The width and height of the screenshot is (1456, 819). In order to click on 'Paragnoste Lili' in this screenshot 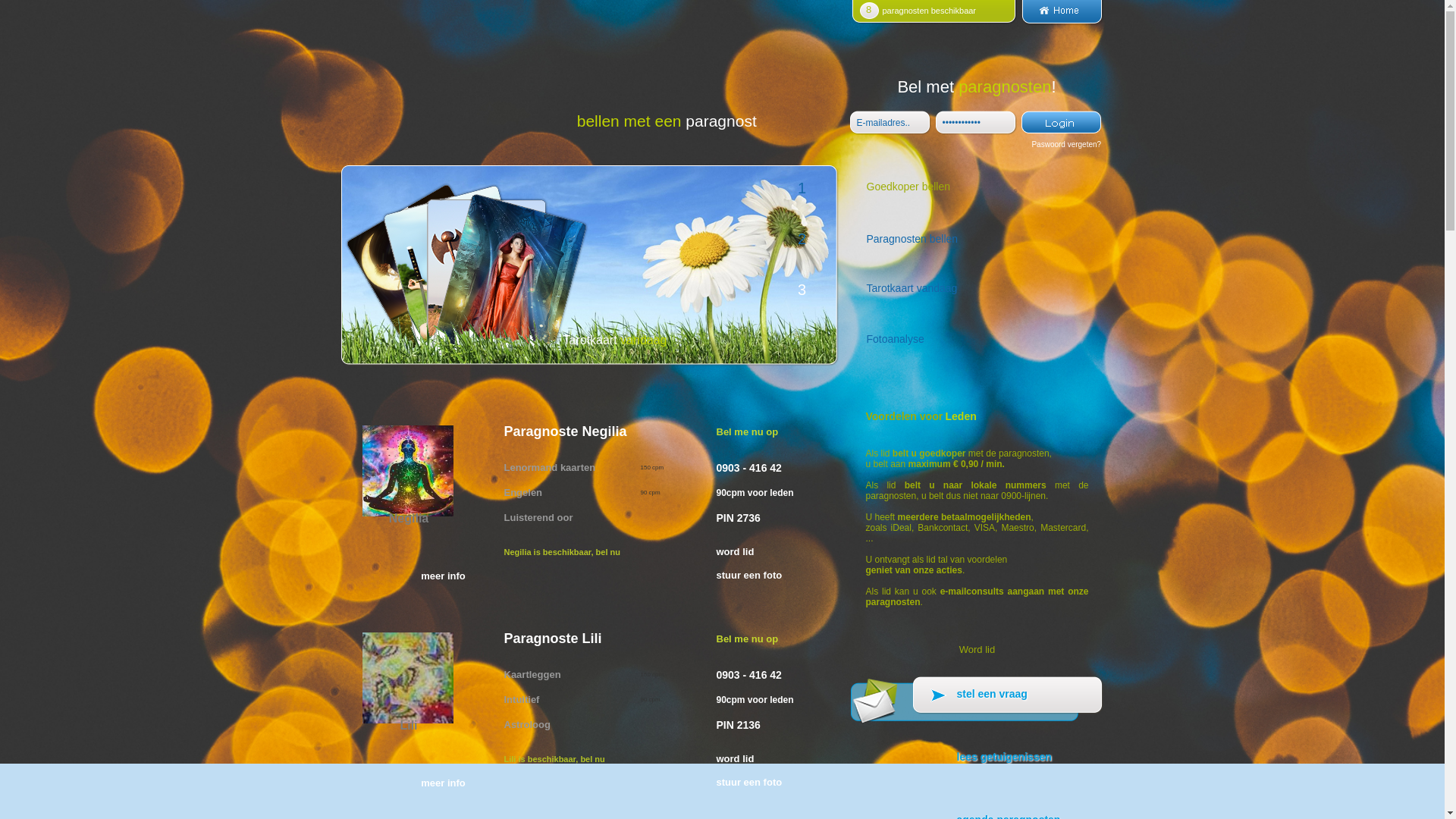, I will do `click(609, 638)`.